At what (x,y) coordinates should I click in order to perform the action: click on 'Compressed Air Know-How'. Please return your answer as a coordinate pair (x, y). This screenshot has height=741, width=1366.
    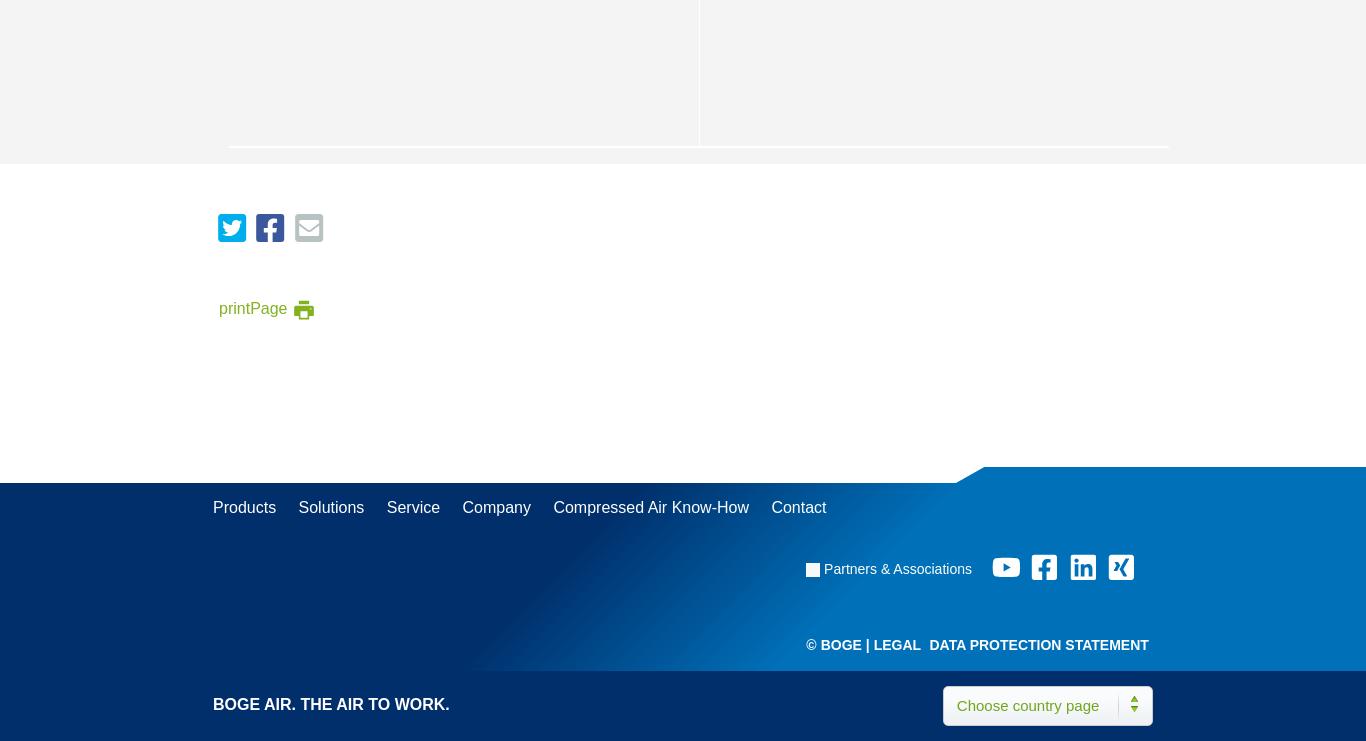
    Looking at the image, I should click on (650, 506).